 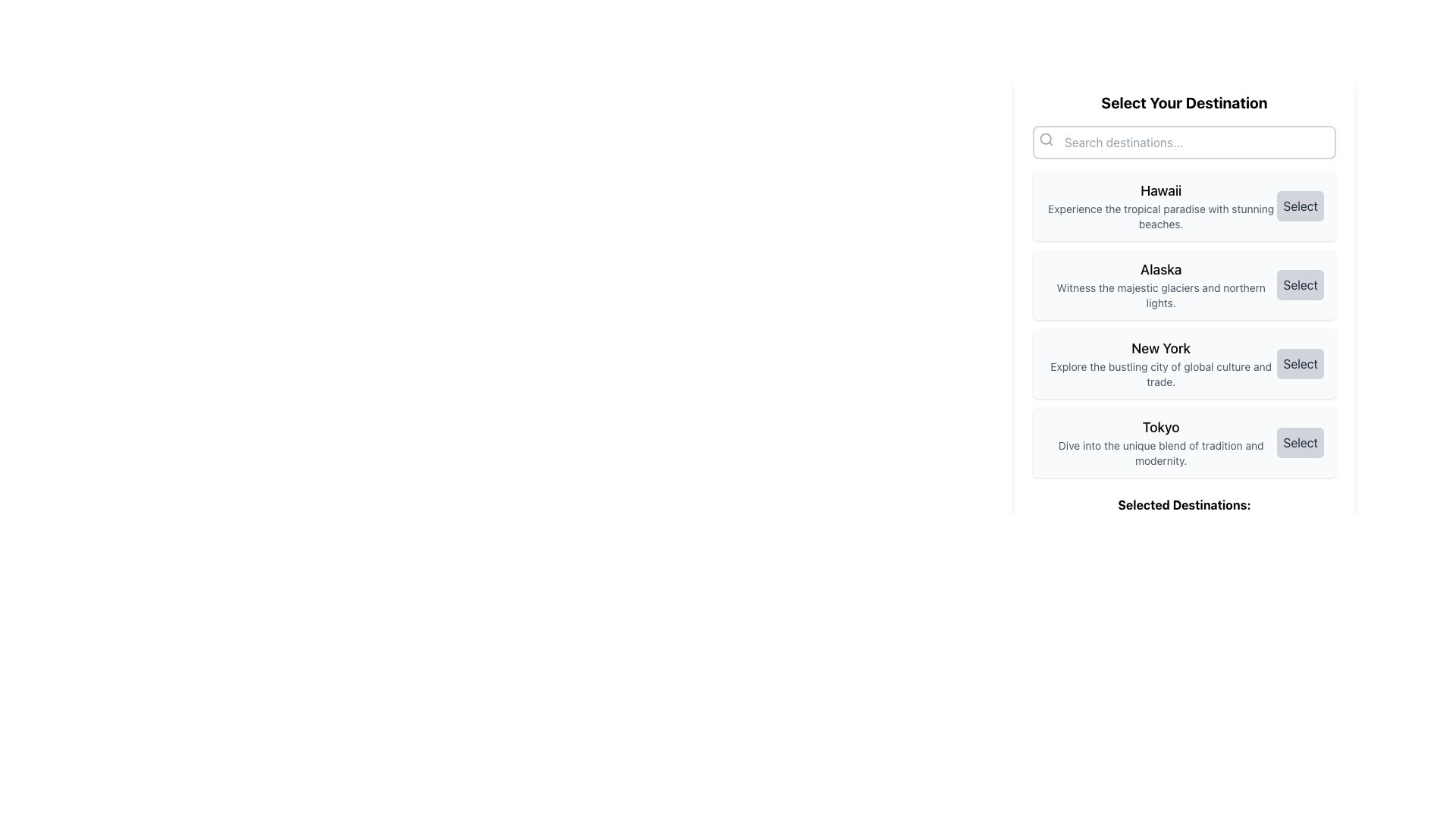 I want to click on the search icon located at the top-left corner of the search input field in the 'Select Your Destination' component, so click(x=1046, y=140).